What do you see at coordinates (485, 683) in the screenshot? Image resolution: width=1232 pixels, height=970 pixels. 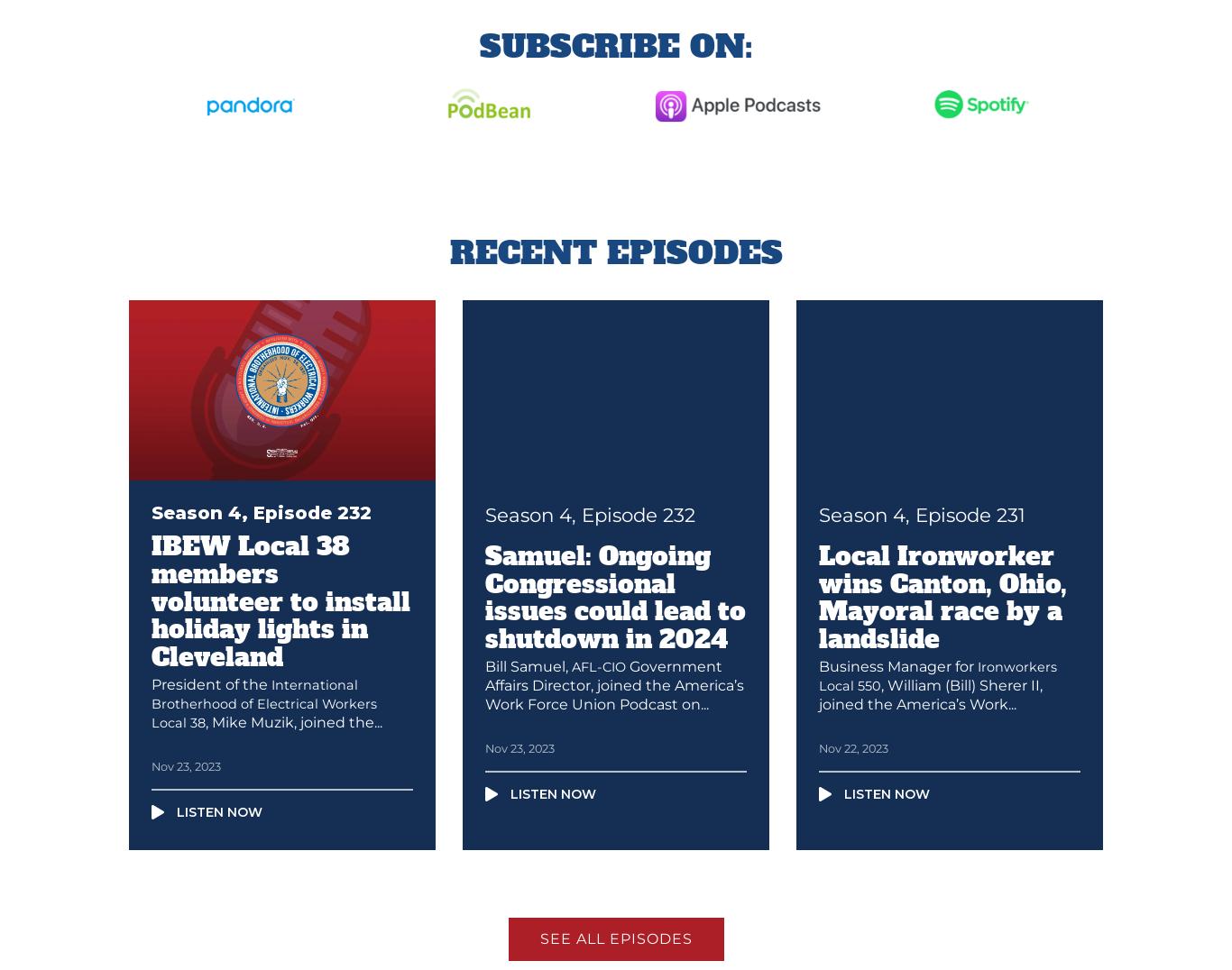 I see `'Government Affairs Director, joined the America’s Work Force Union Podcast on...'` at bounding box center [485, 683].